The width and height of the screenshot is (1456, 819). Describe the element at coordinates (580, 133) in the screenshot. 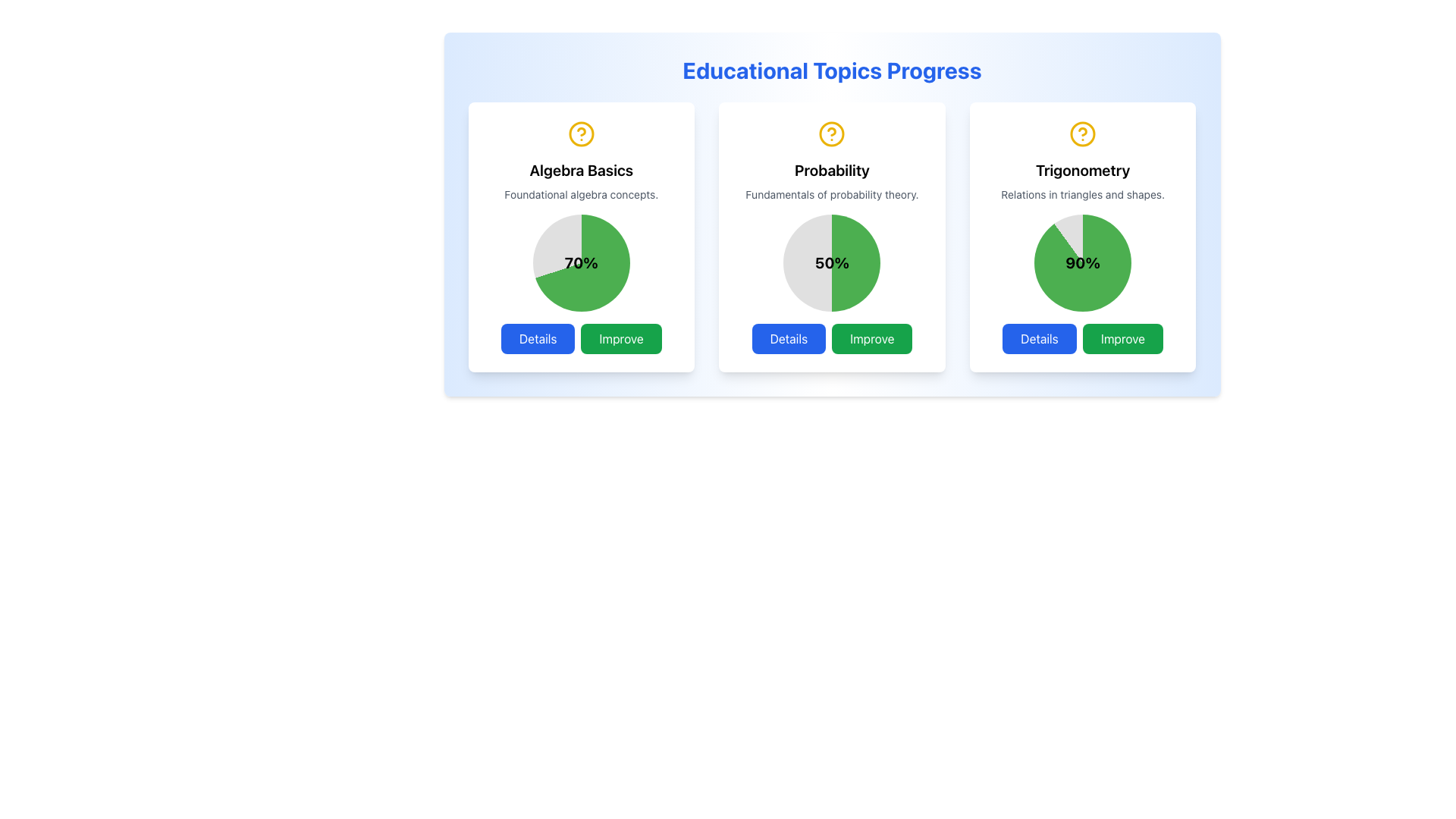

I see `the small circular shape at the center of the question-mark styled help icon located at the top portion of the first card in a row of three cards` at that location.